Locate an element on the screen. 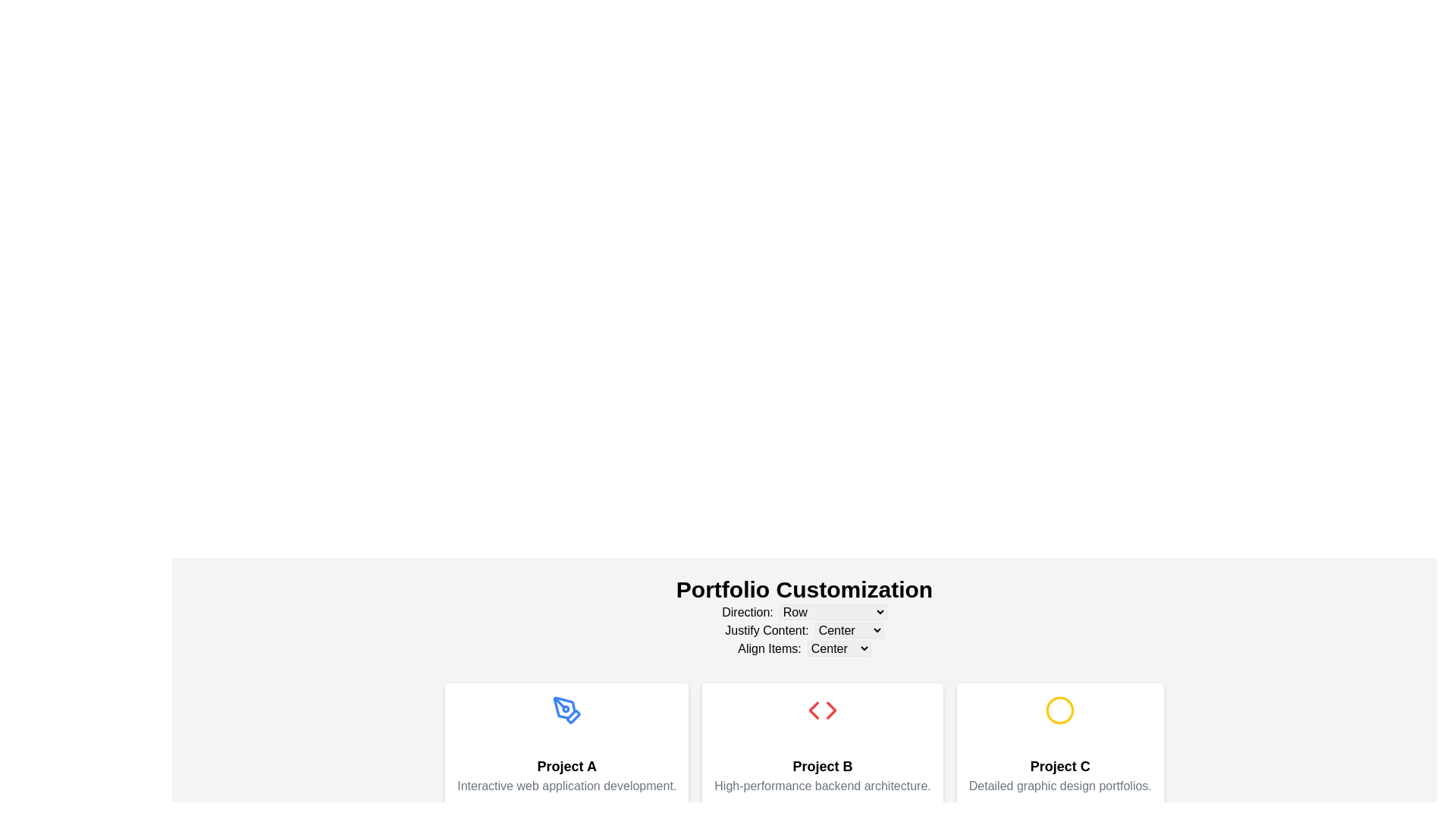 The width and height of the screenshot is (1456, 819). the Card component representing 'Project C' is located at coordinates (1059, 745).